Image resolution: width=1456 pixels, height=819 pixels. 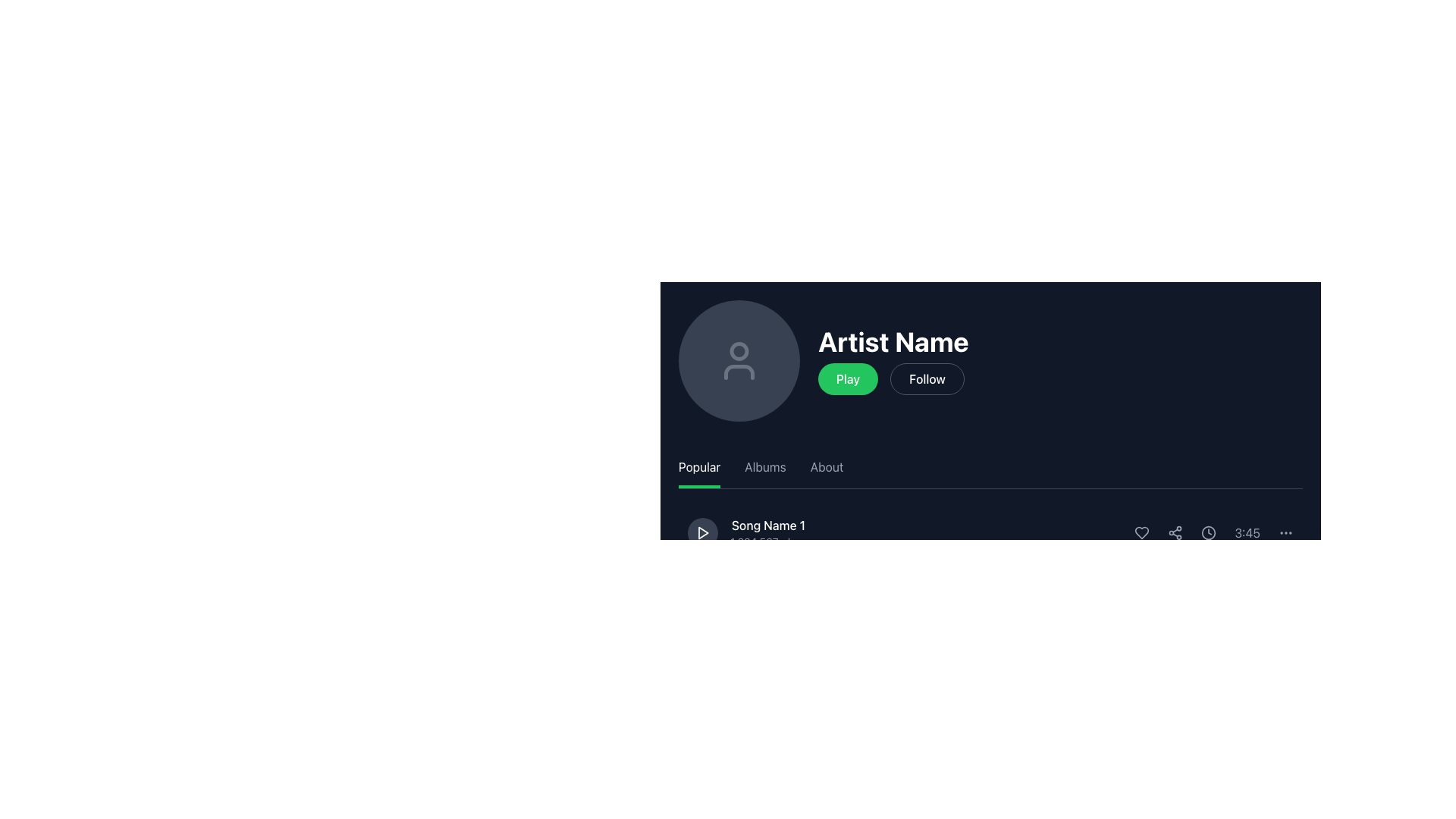 What do you see at coordinates (1142, 660) in the screenshot?
I see `the heart-shaped button located at the bottom-right corner of the main section to favorite an item` at bounding box center [1142, 660].